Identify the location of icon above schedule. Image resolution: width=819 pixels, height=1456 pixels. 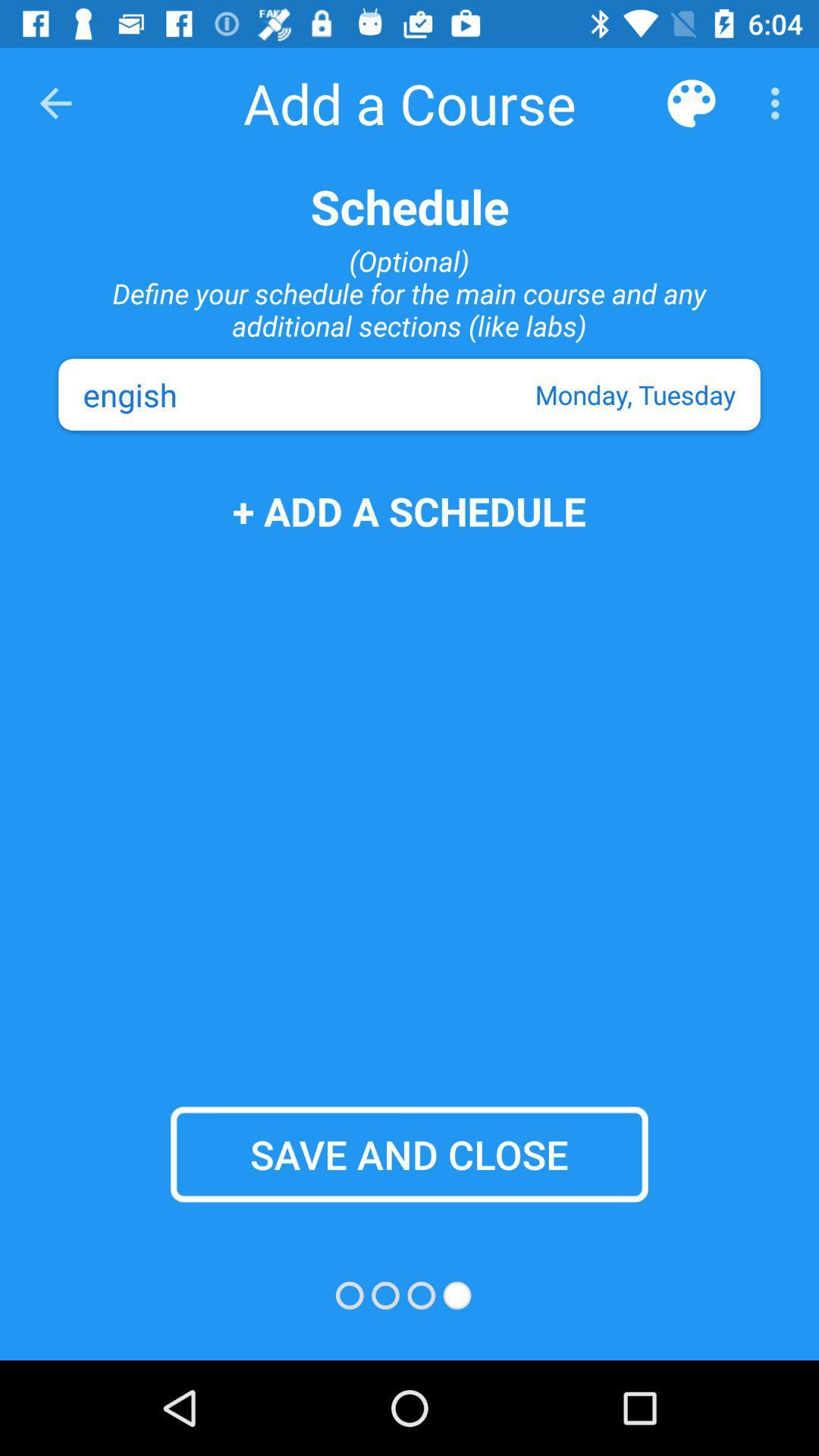
(55, 102).